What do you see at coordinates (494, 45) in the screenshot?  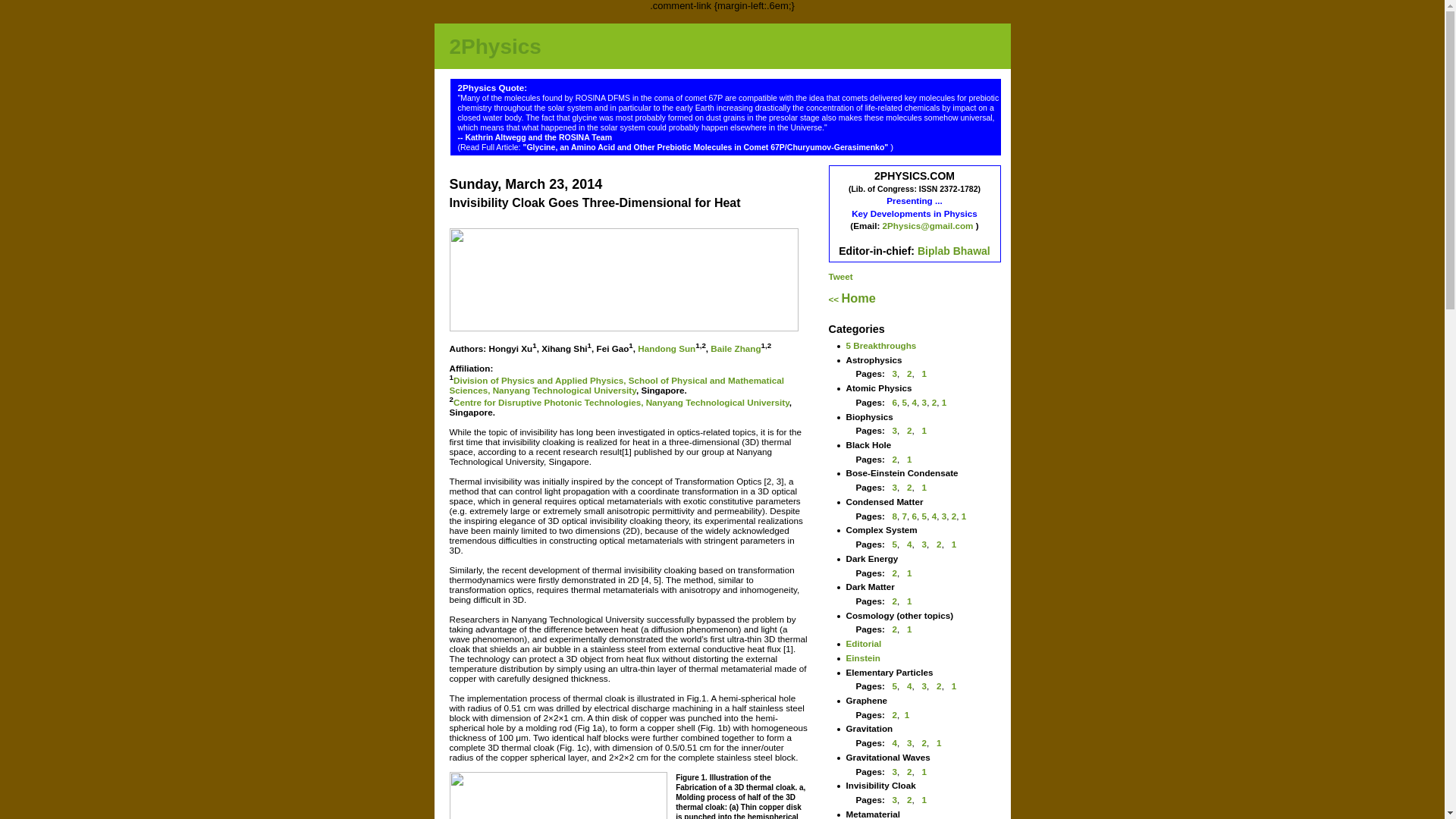 I see `'2Physics'` at bounding box center [494, 45].